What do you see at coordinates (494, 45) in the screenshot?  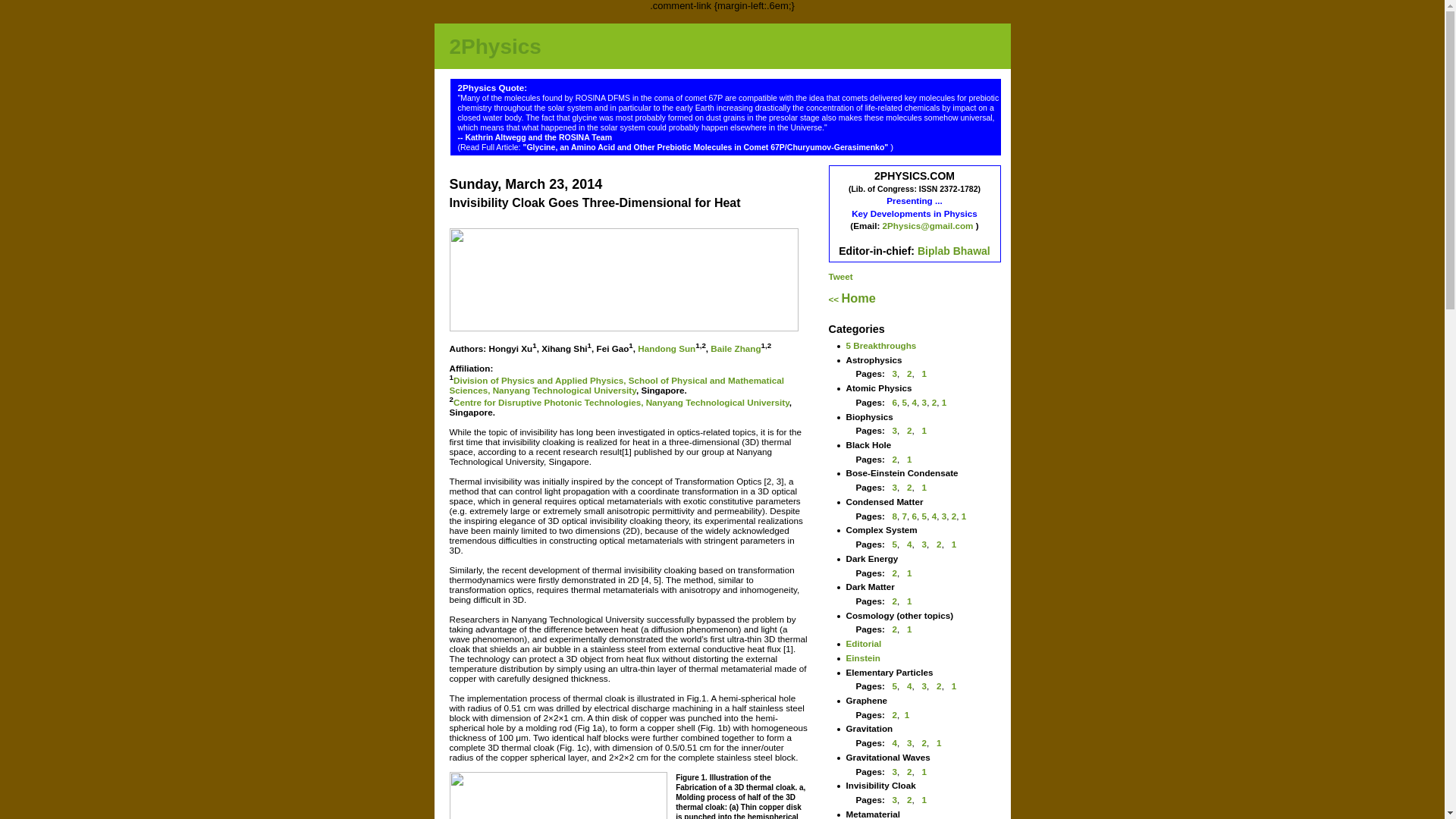 I see `'2Physics'` at bounding box center [494, 45].